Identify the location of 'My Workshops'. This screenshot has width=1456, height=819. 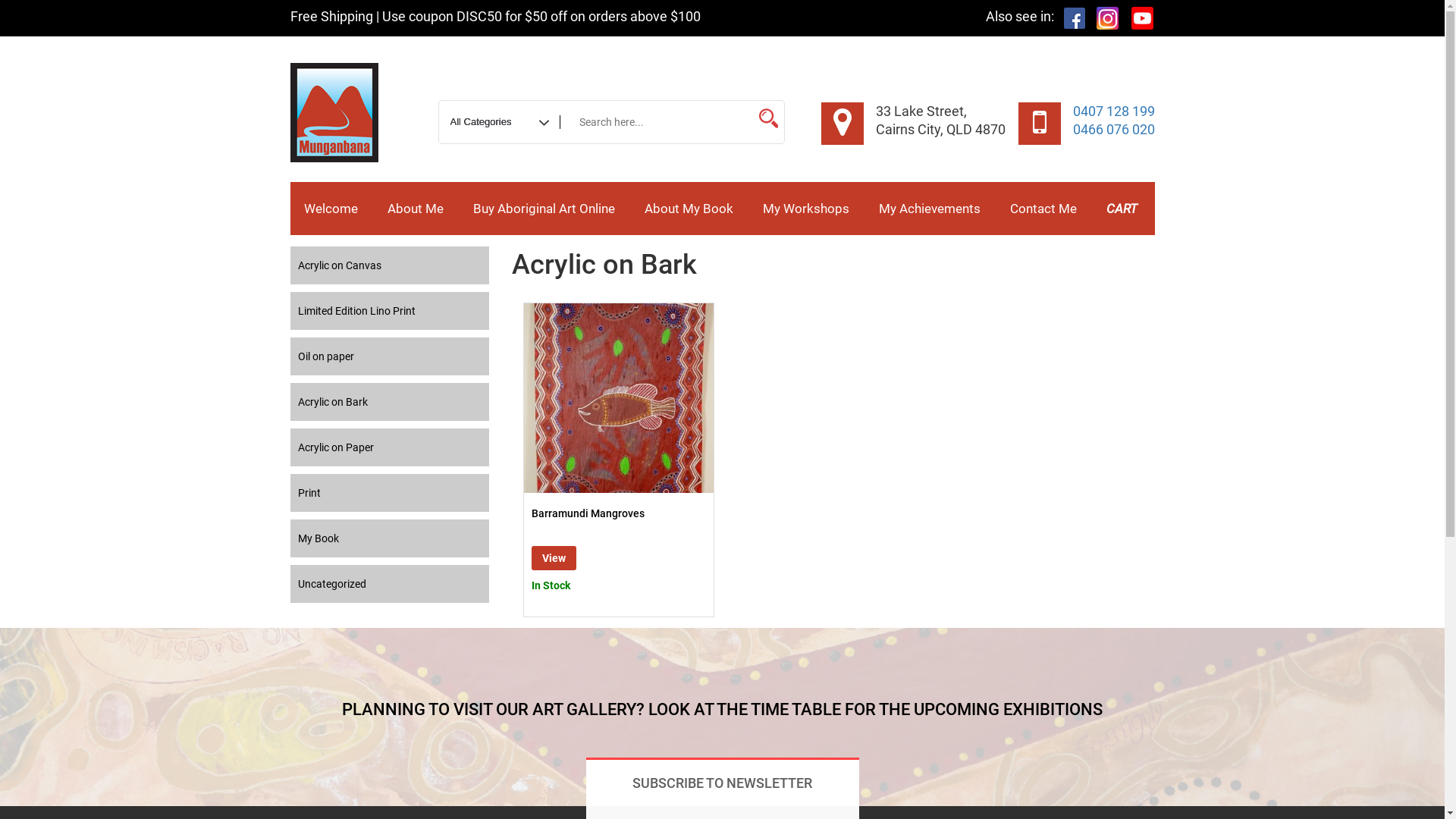
(805, 208).